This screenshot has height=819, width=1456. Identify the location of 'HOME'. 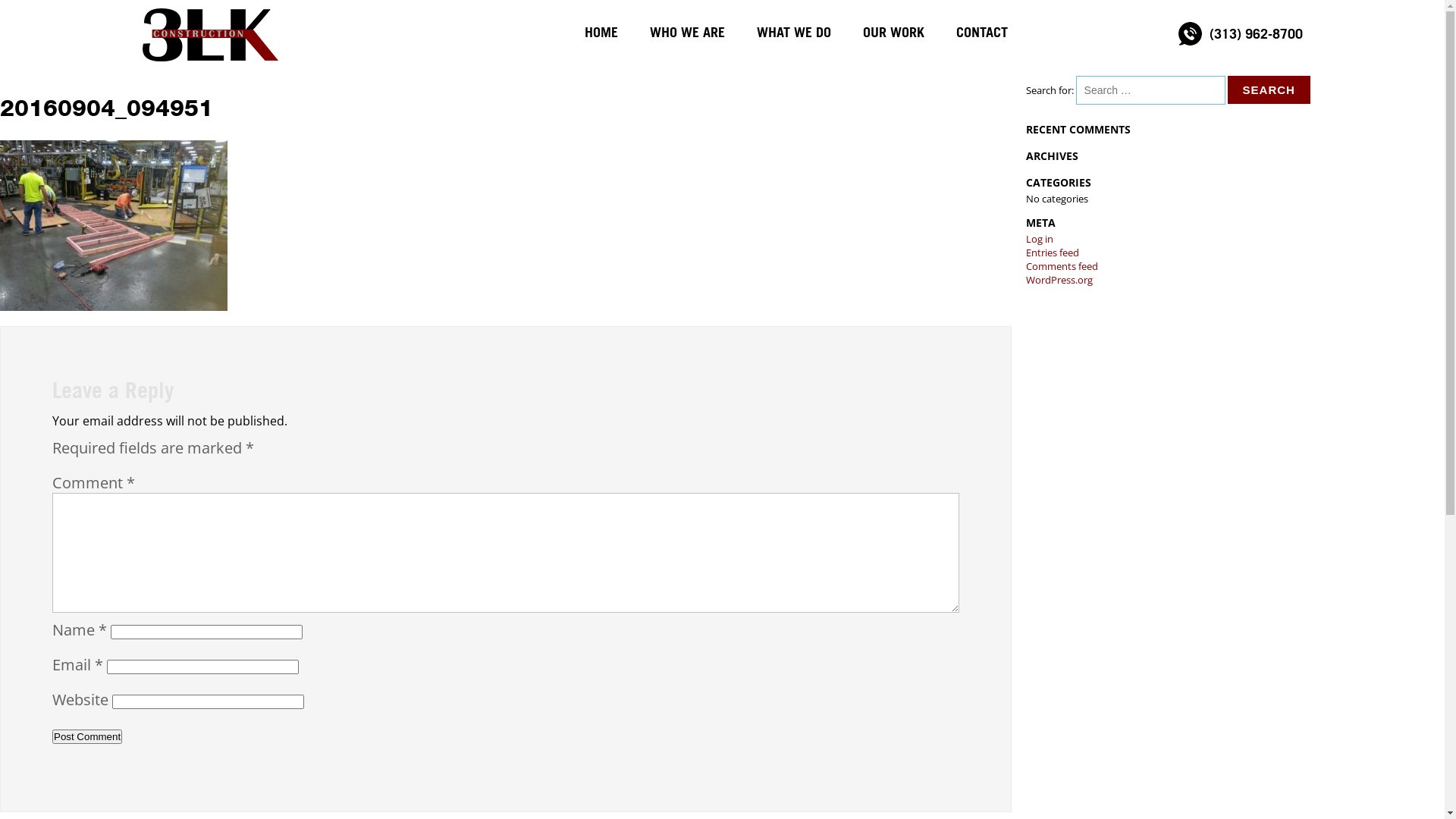
(600, 32).